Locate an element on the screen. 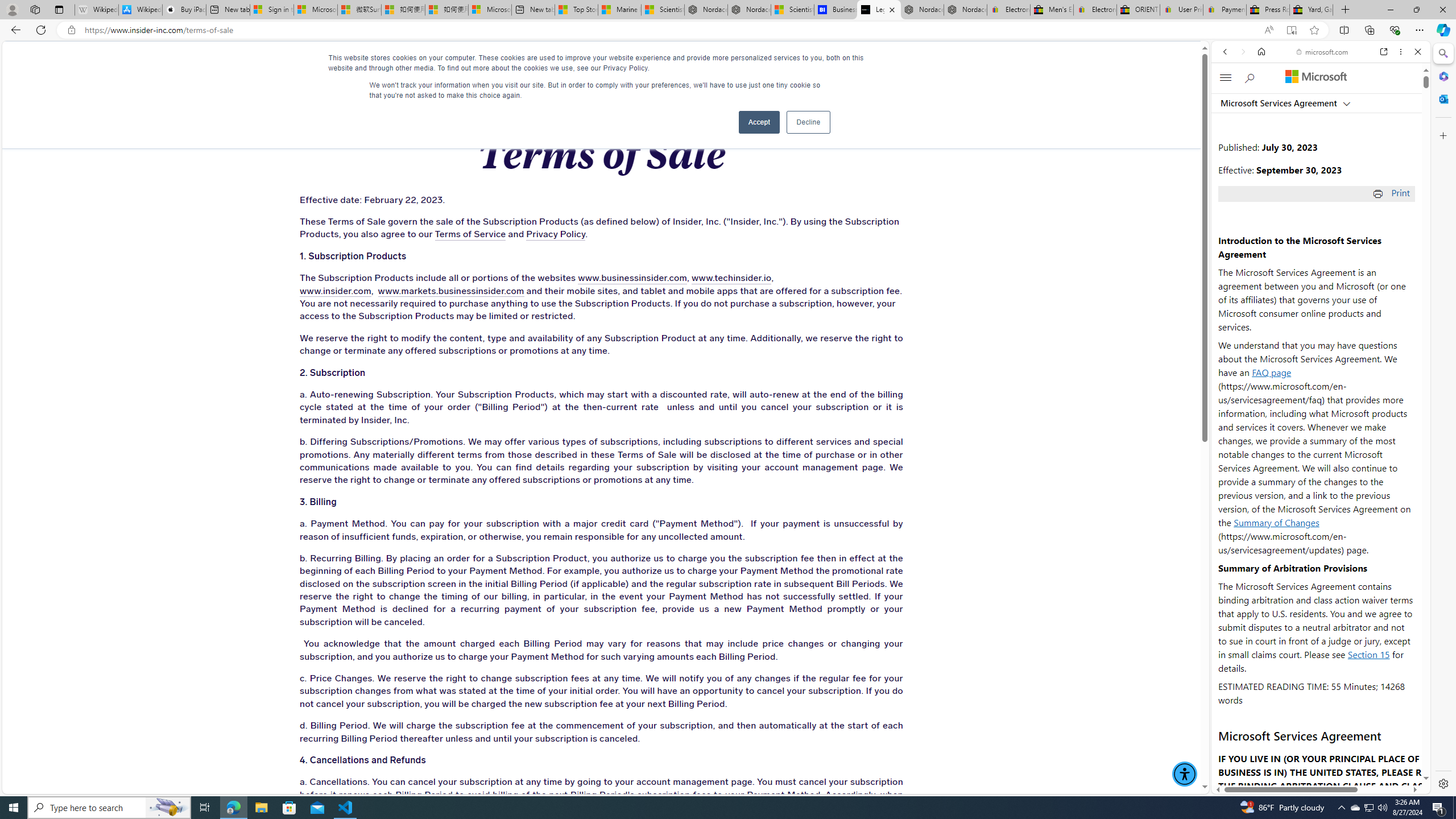 The width and height of the screenshot is (1456, 819). 'Press Room - eBay Inc.' is located at coordinates (1268, 9).